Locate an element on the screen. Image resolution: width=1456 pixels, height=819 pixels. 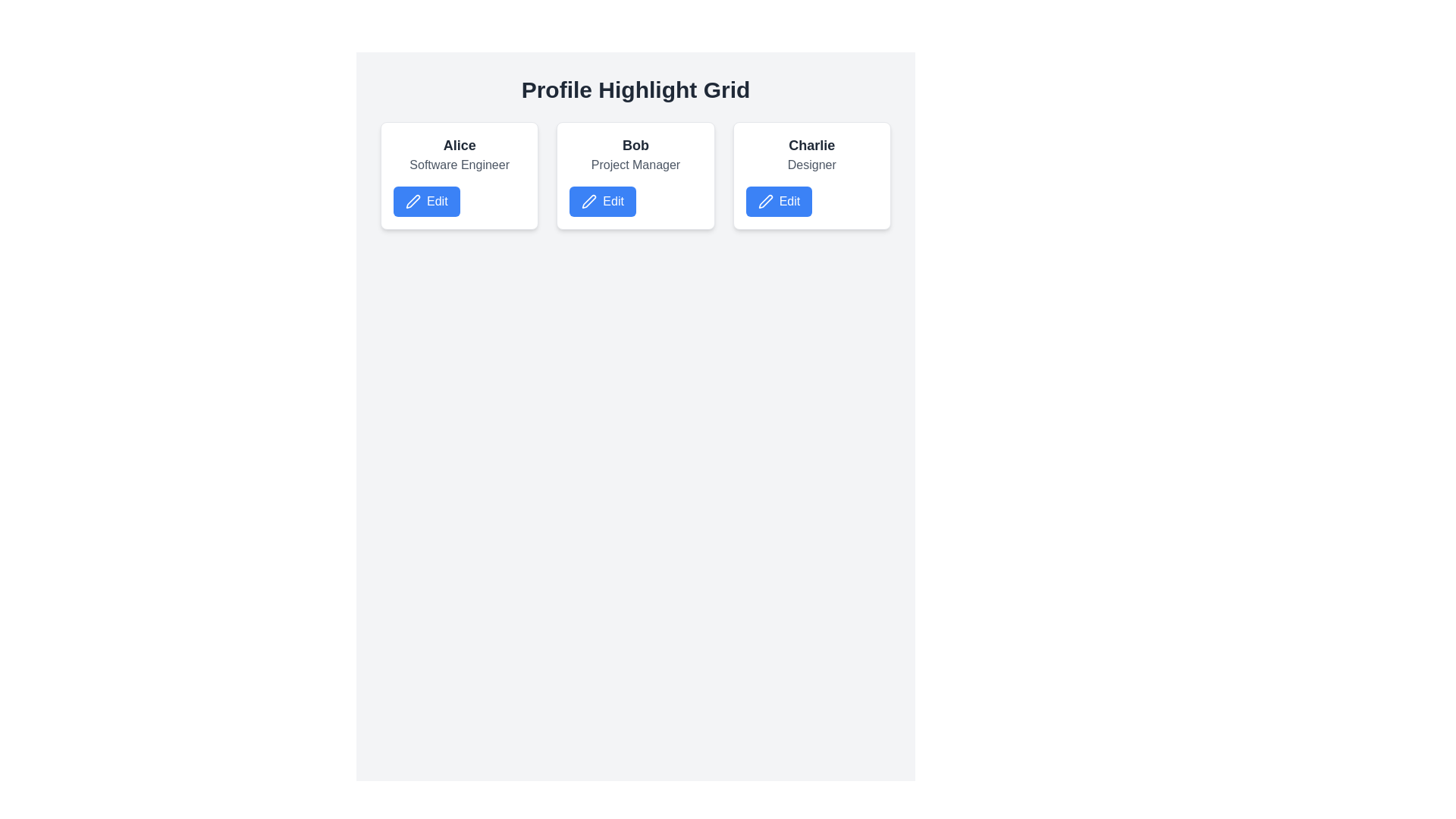
the text label indicating 'Designer' associated with 'Charlie' in the third card of the 'Profile Highlight Grid' is located at coordinates (811, 165).